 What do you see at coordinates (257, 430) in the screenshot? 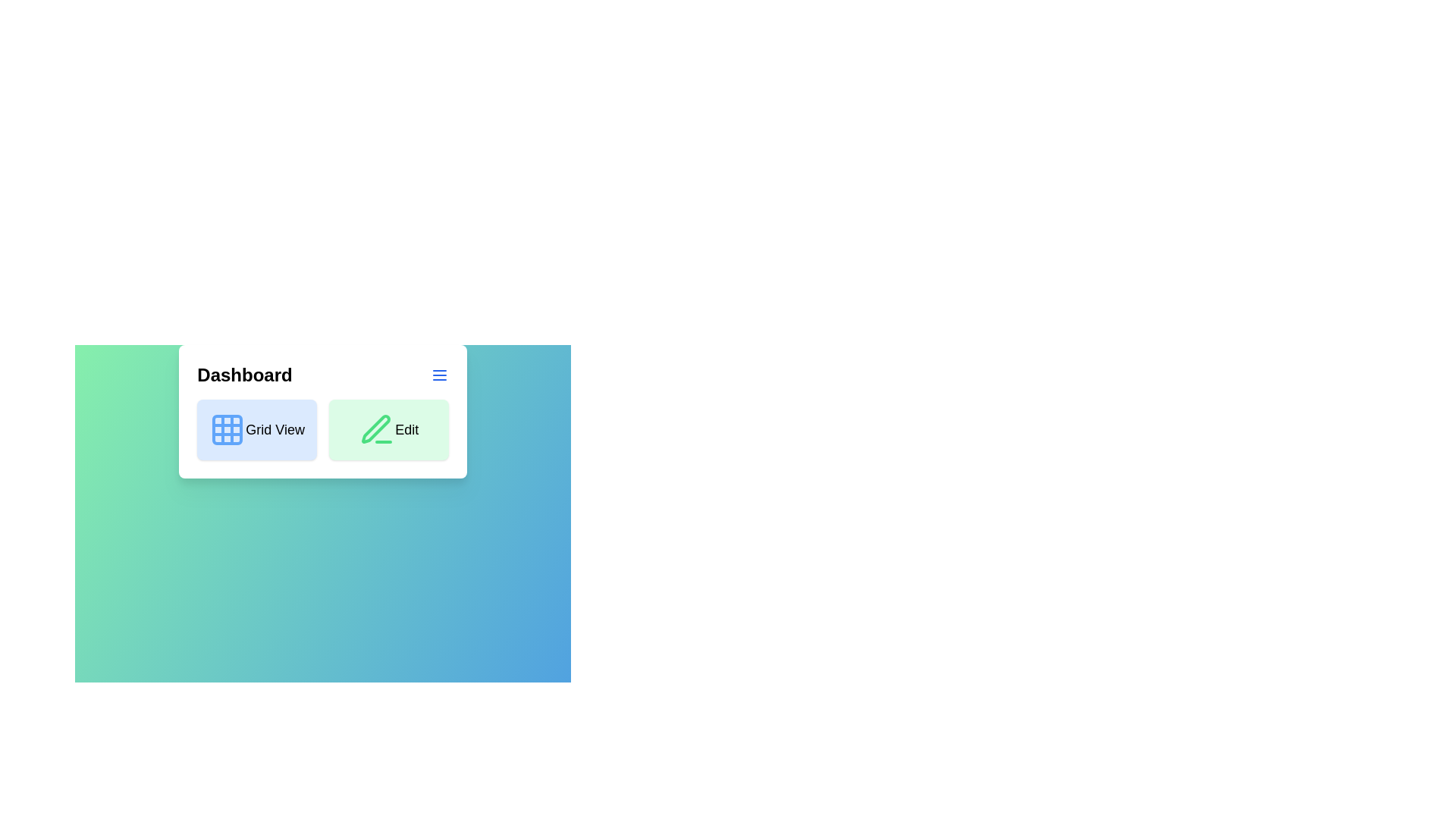
I see `the 'Grid View' button to select the grid view option` at bounding box center [257, 430].